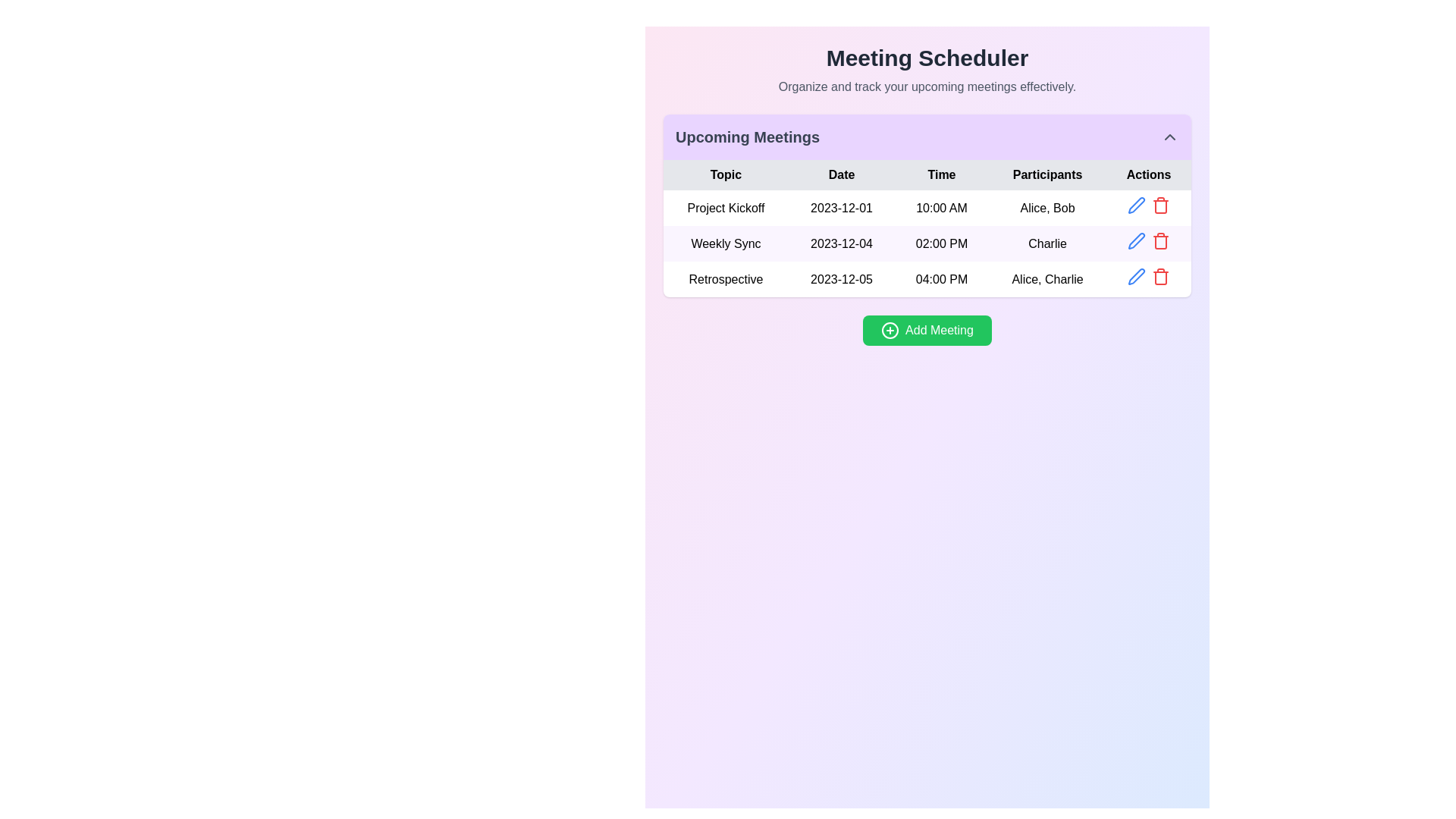  Describe the element at coordinates (1046, 208) in the screenshot. I see `static text label displaying 'Alice, Bob' located in the 'Participants' column of the 'Project Kickoff' meeting row` at that location.